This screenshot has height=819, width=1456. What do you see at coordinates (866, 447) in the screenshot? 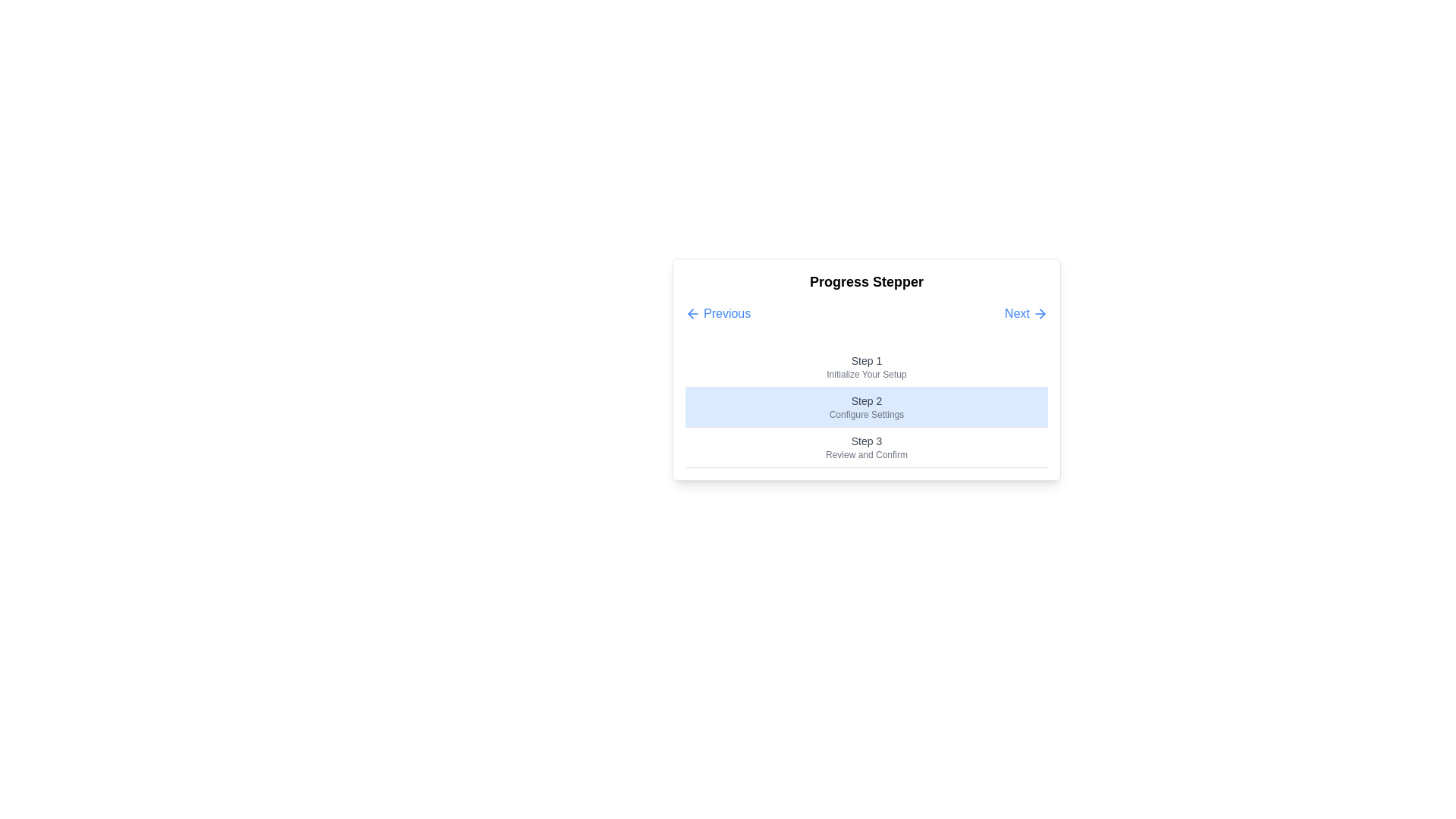
I see `the textual step indicator labeled 'Step 3' in the Progress Stepper, which contains the text 'Review and Confirm'` at bounding box center [866, 447].